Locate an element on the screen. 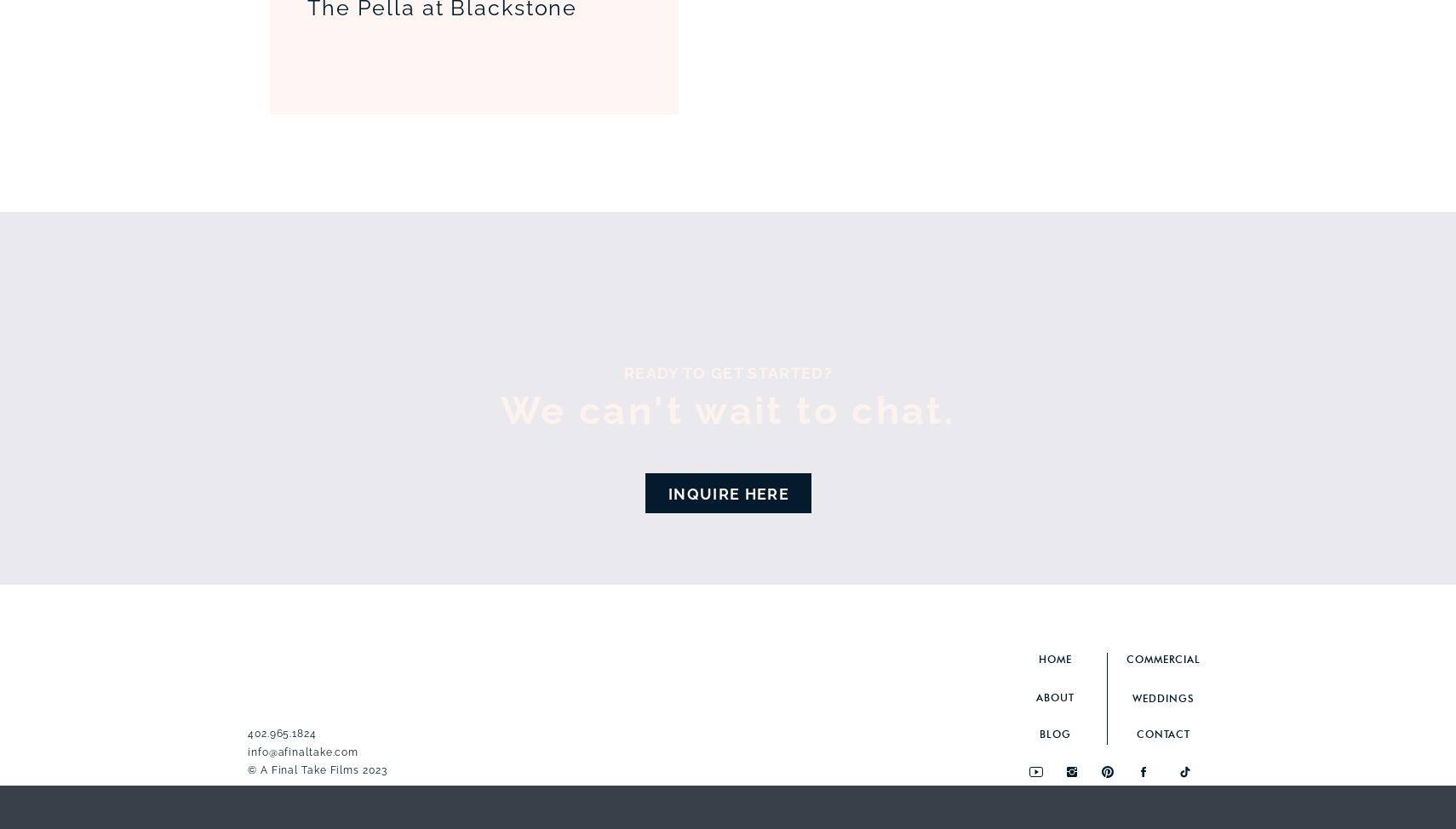 The image size is (1456, 829). 'contact' is located at coordinates (1135, 734).